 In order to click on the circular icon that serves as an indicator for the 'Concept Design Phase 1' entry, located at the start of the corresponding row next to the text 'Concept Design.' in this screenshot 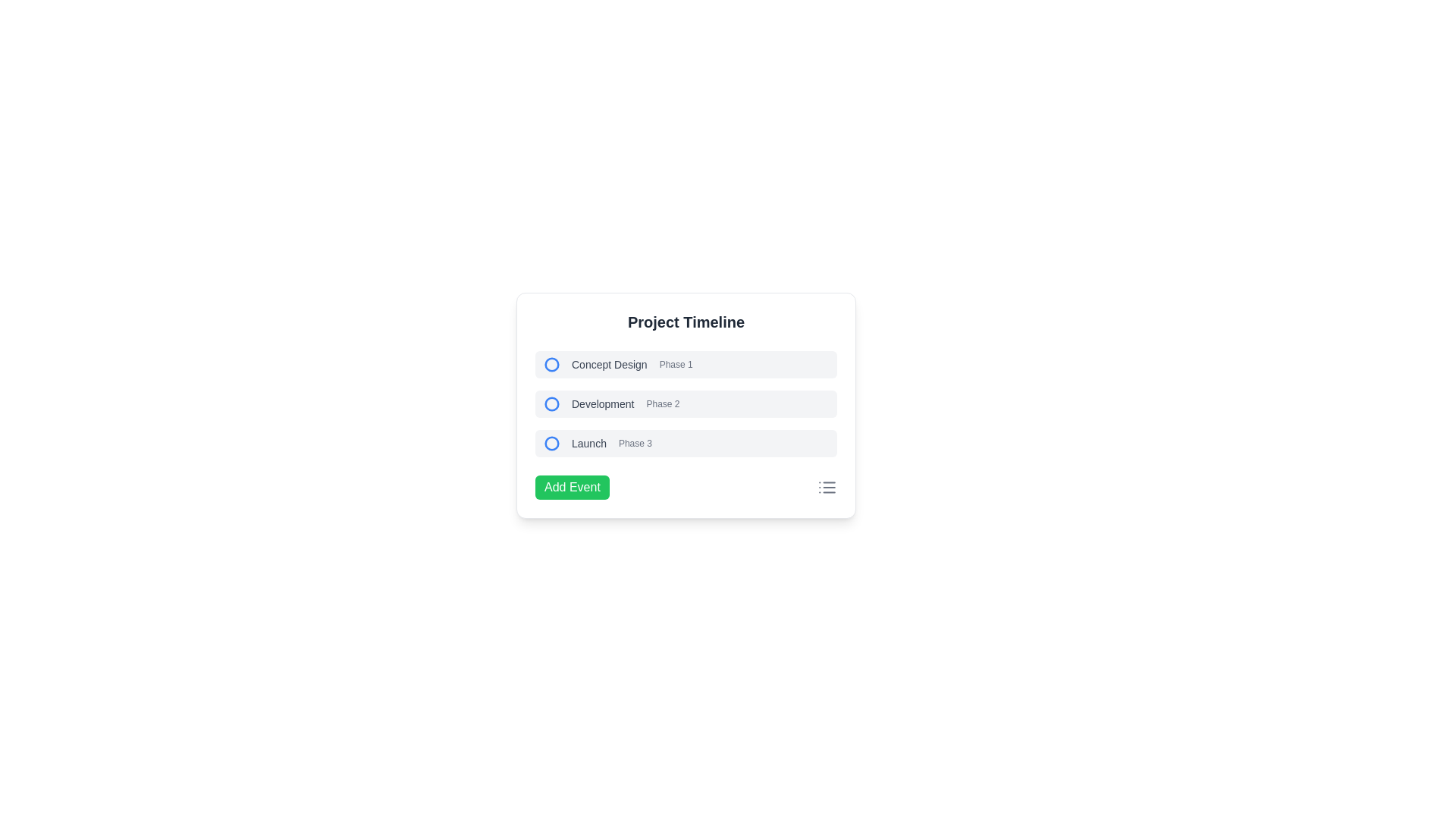, I will do `click(551, 365)`.